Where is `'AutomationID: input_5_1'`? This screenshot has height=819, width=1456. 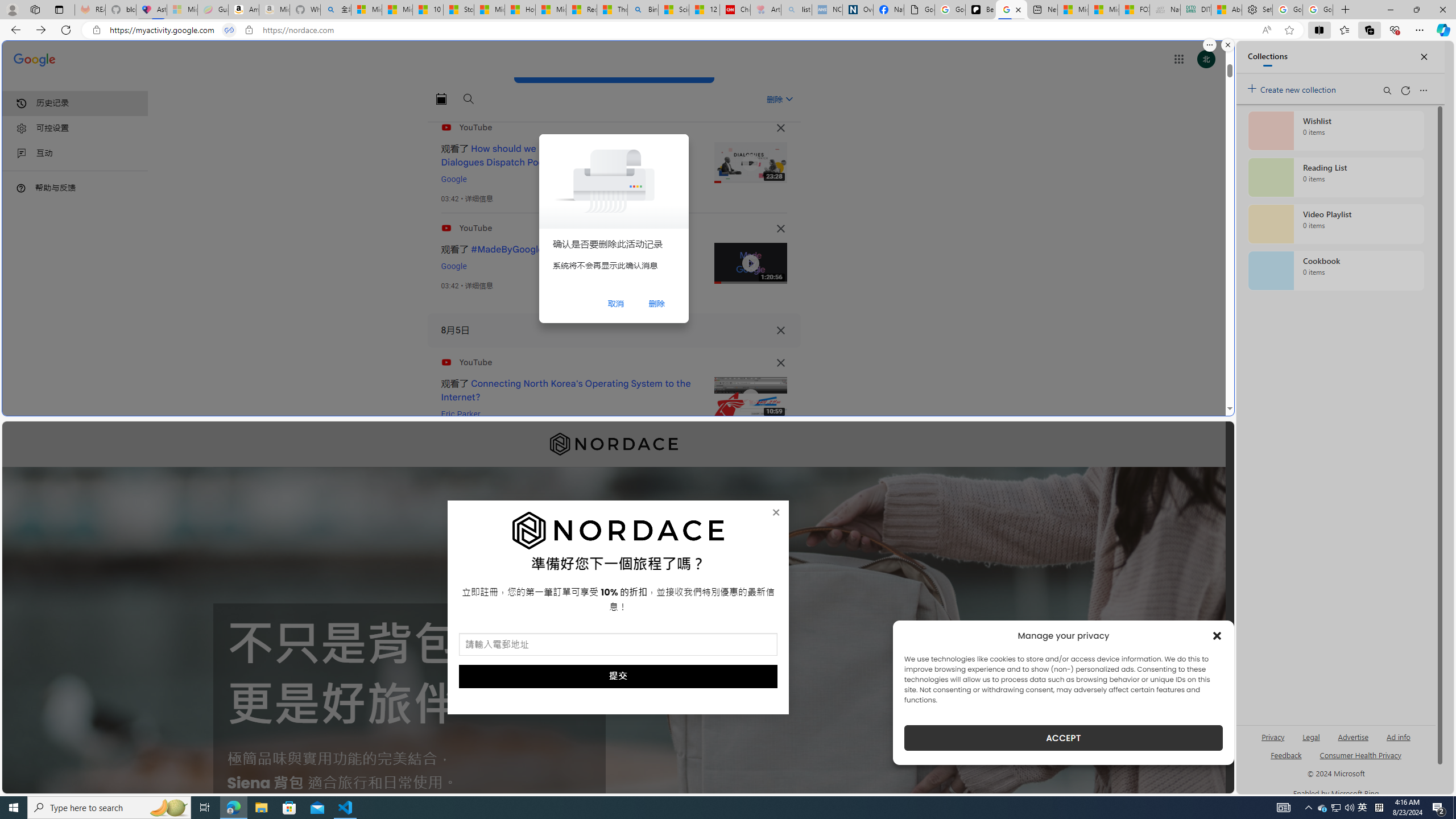
'AutomationID: input_5_1' is located at coordinates (617, 644).